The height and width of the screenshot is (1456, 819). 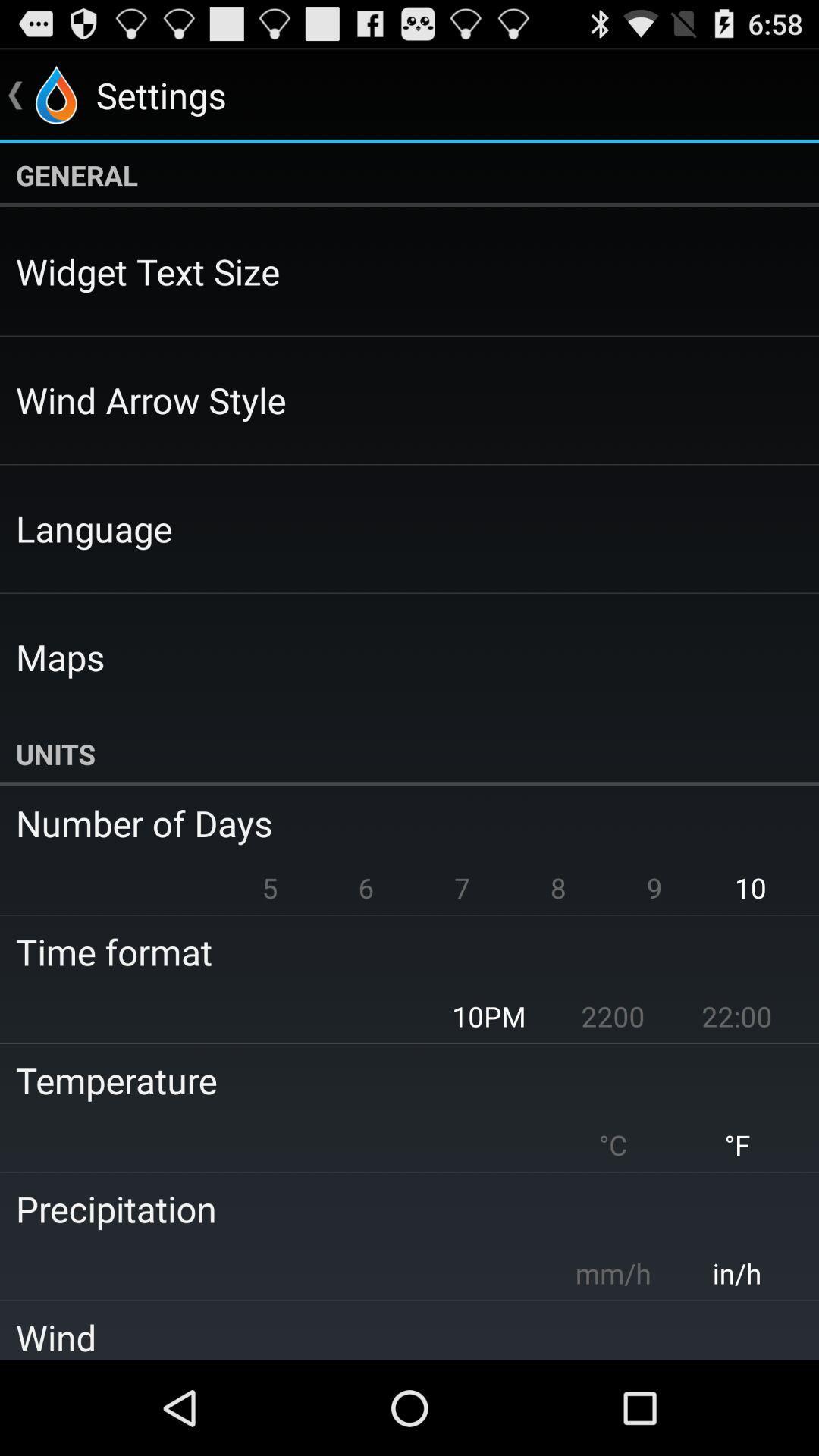 I want to click on 8, so click(x=558, y=887).